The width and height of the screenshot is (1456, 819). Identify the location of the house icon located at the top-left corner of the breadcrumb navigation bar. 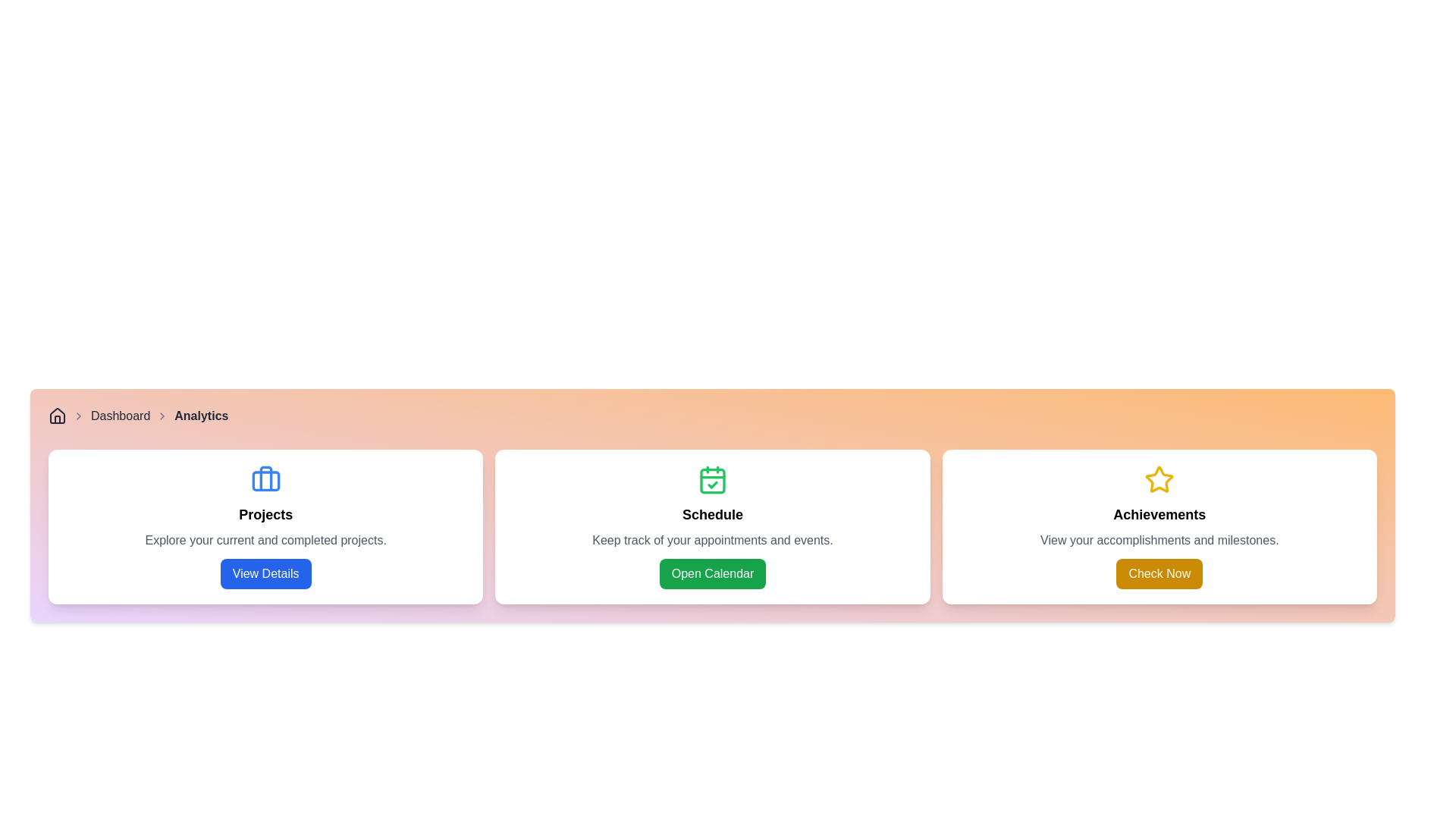
(58, 416).